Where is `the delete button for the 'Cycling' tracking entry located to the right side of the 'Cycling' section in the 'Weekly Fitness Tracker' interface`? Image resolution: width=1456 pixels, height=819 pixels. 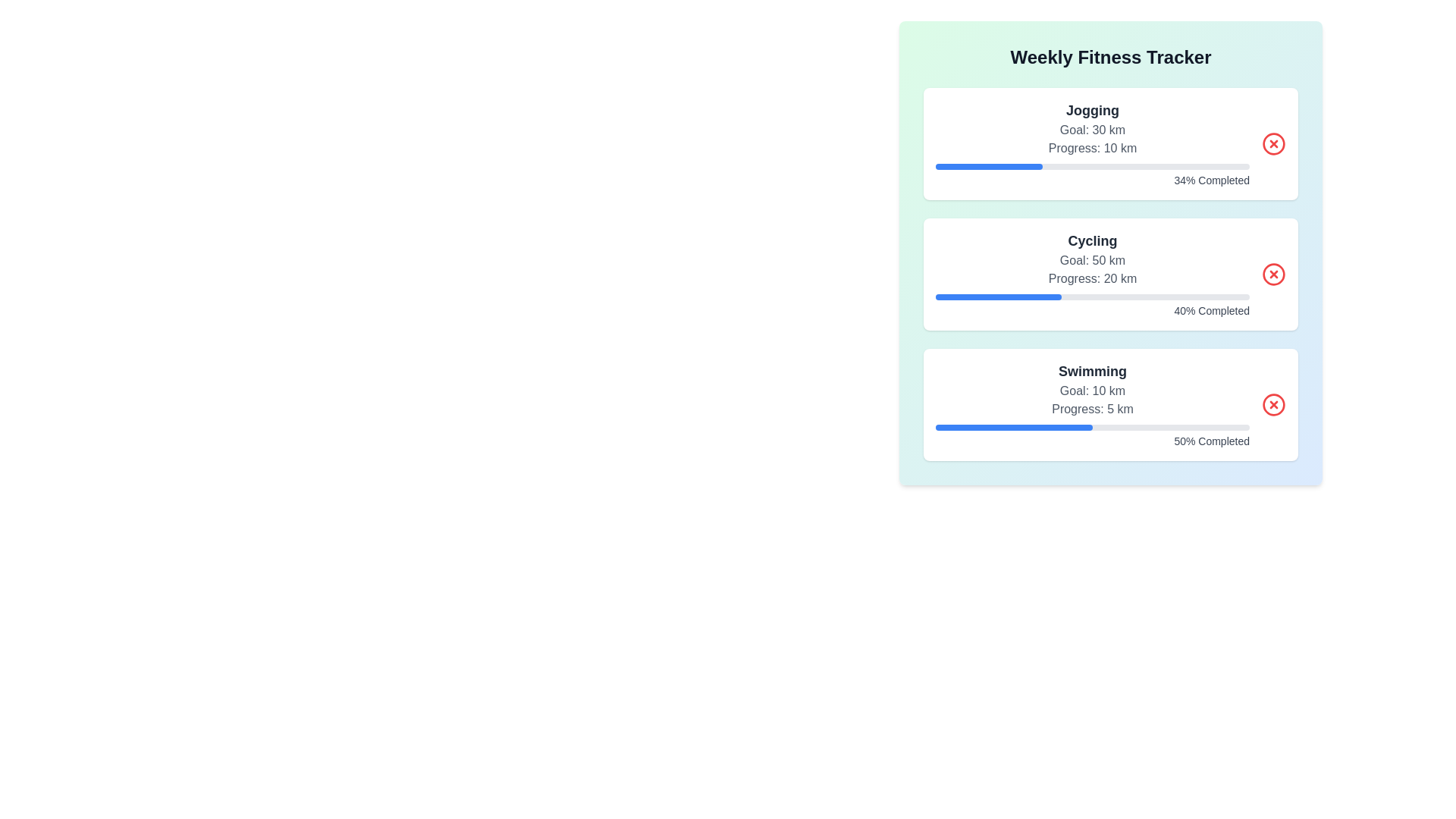 the delete button for the 'Cycling' tracking entry located to the right side of the 'Cycling' section in the 'Weekly Fitness Tracker' interface is located at coordinates (1274, 275).